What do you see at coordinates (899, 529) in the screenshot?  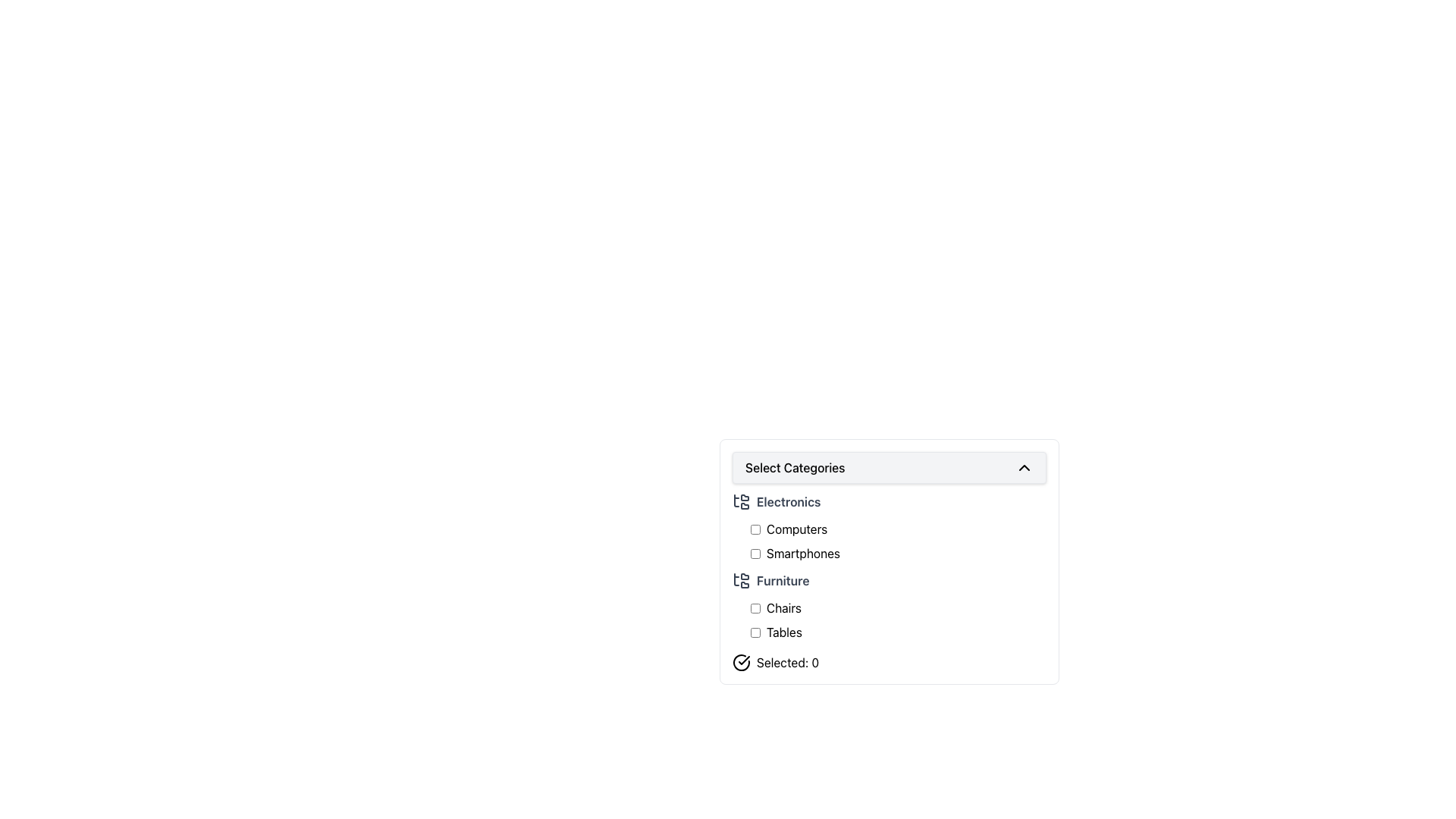 I see `the checkbox for the 'Computers' option located within the 'Electronics' category, allowing for keyboard interaction` at bounding box center [899, 529].